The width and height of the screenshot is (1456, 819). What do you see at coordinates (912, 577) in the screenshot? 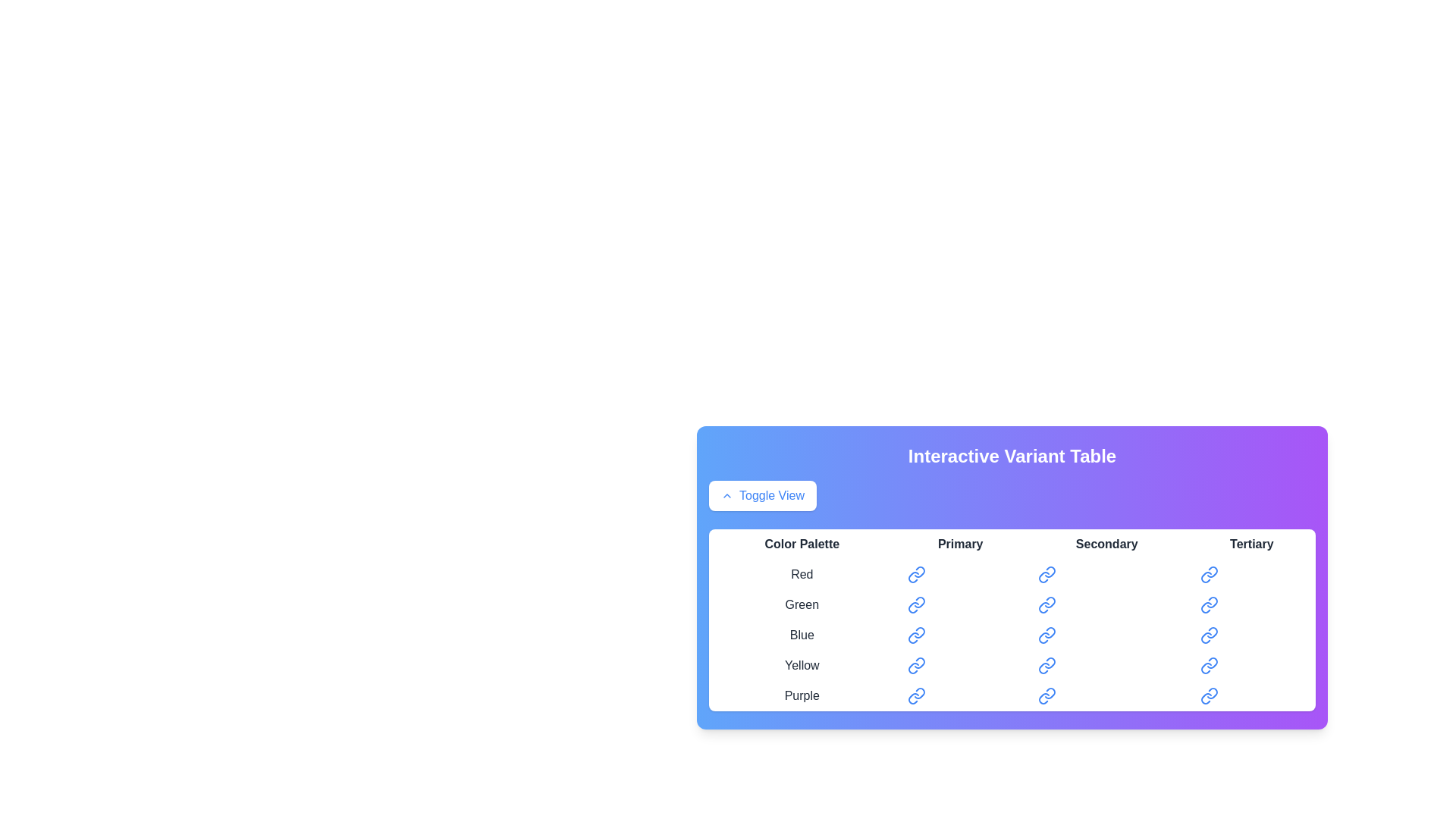
I see `the stylized chain link icon located in the 'Primary' column of the 'Red' row within the 'Interactive Variant Table'` at bounding box center [912, 577].